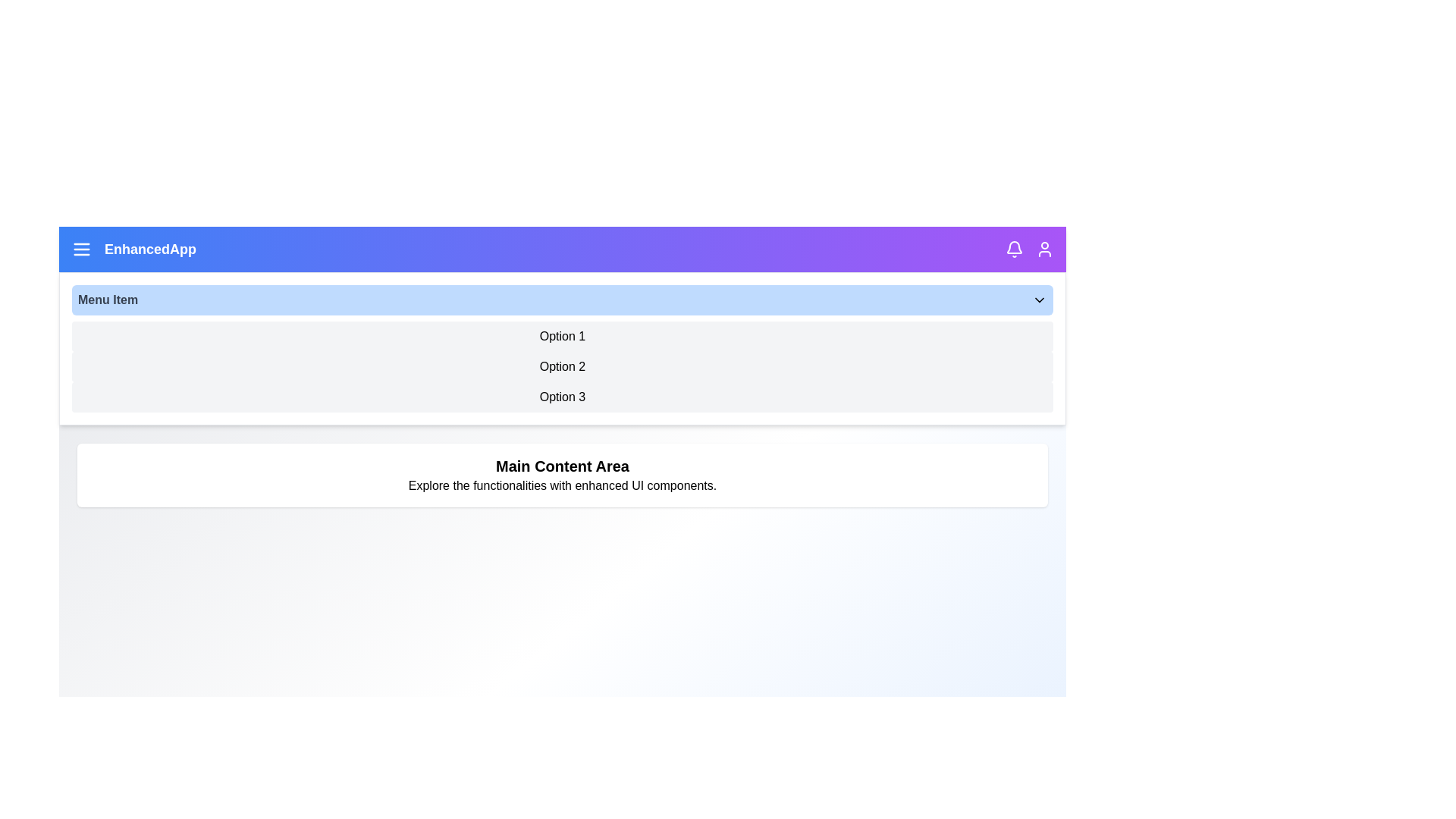  I want to click on the dropdown option Option 3, so click(562, 397).